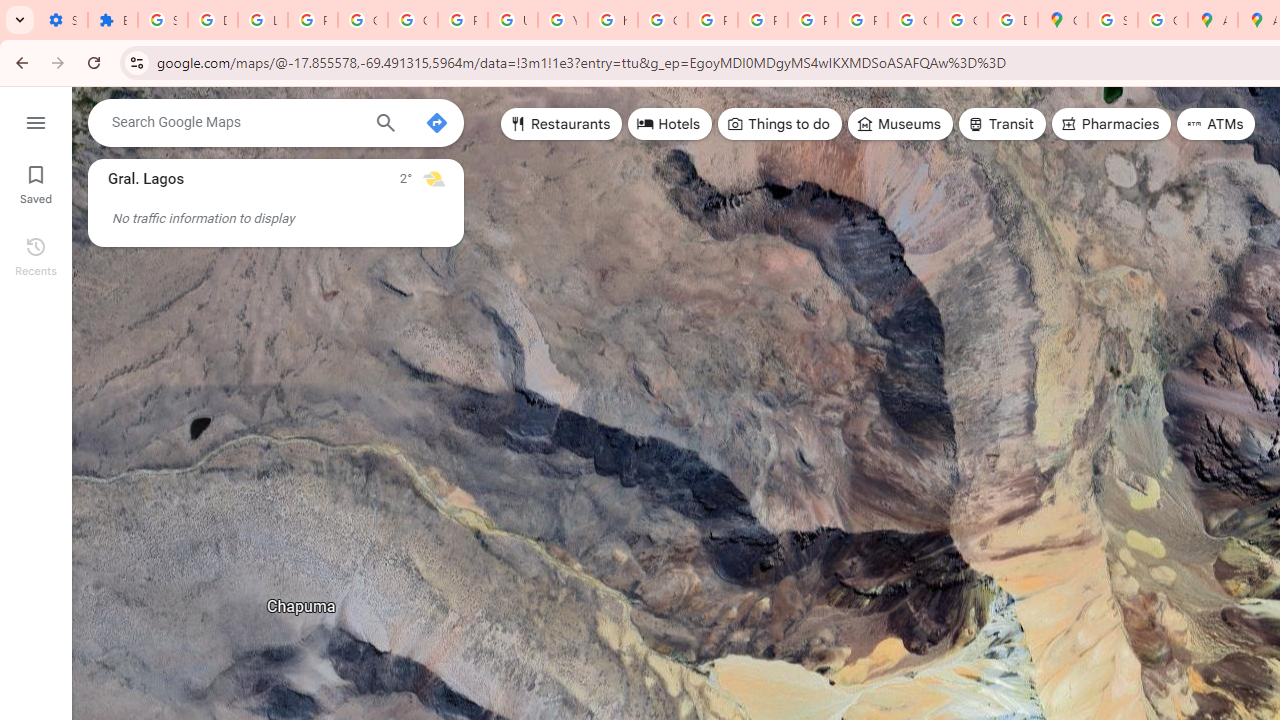 Image resolution: width=1280 pixels, height=720 pixels. What do you see at coordinates (1111, 20) in the screenshot?
I see `'Sign in - Google Accounts'` at bounding box center [1111, 20].